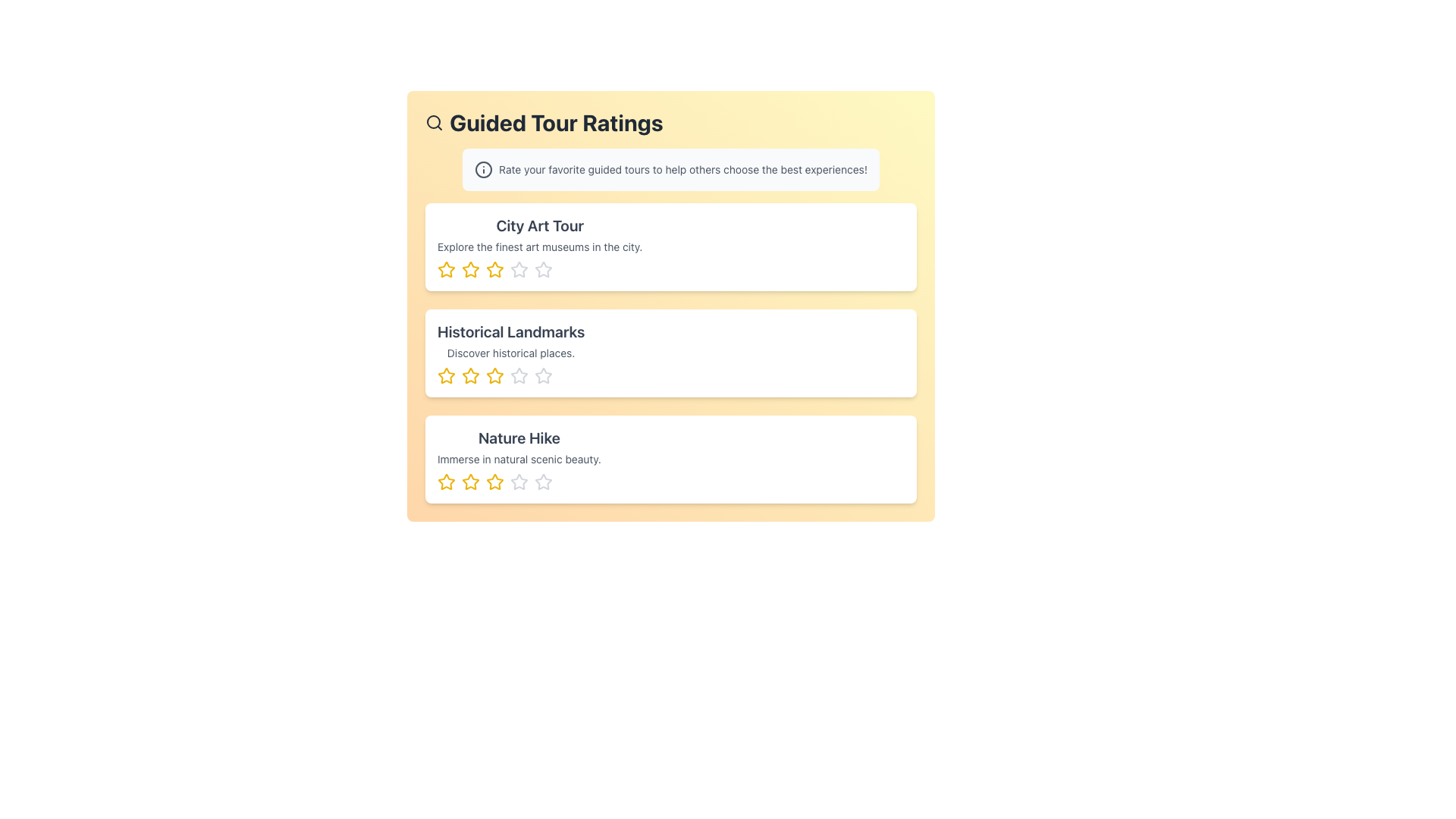  I want to click on the first rating star in the 'City Art Tour' section, so click(446, 268).